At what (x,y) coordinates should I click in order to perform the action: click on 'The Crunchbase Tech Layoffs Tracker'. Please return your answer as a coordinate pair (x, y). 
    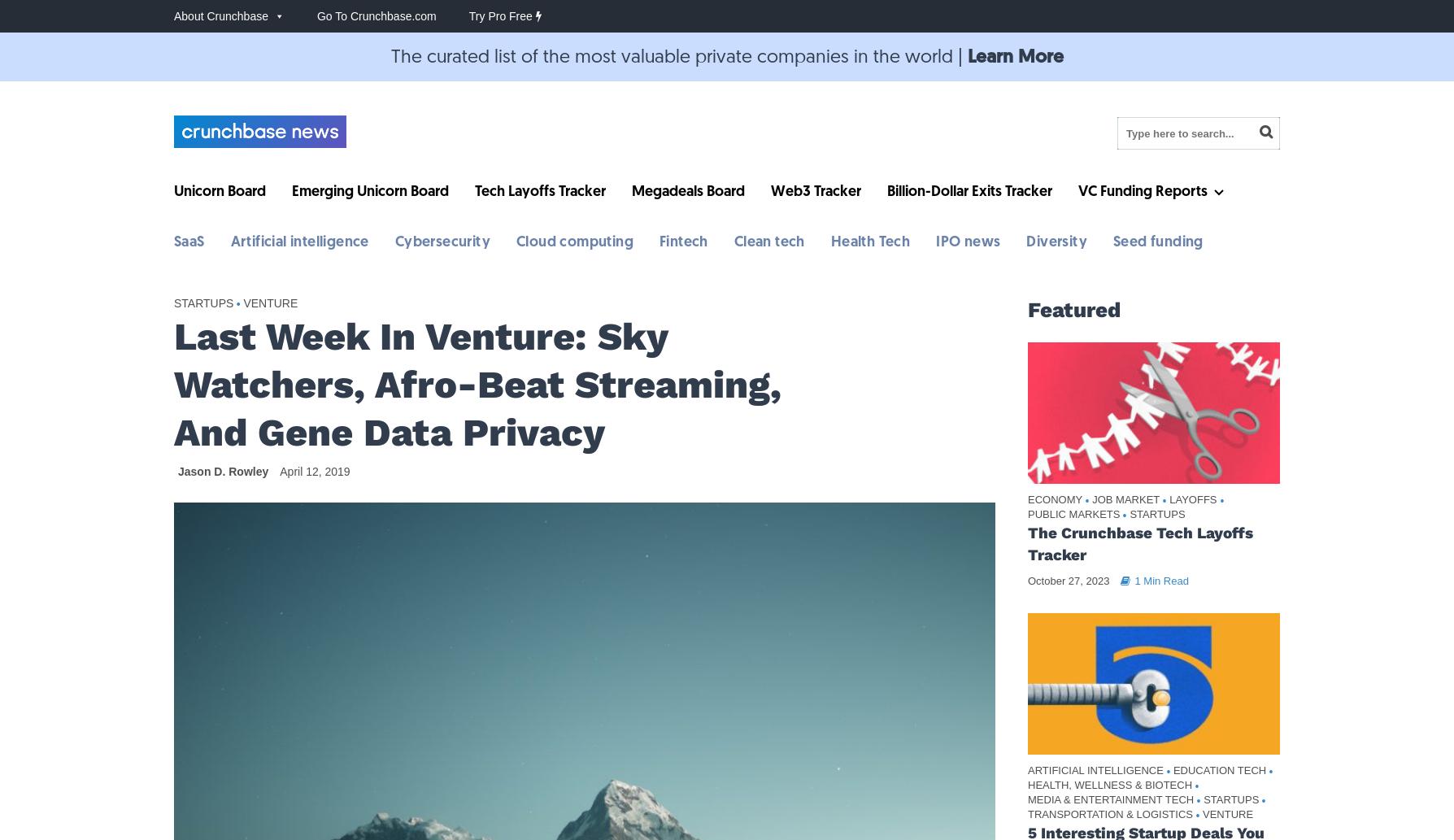
    Looking at the image, I should click on (1140, 542).